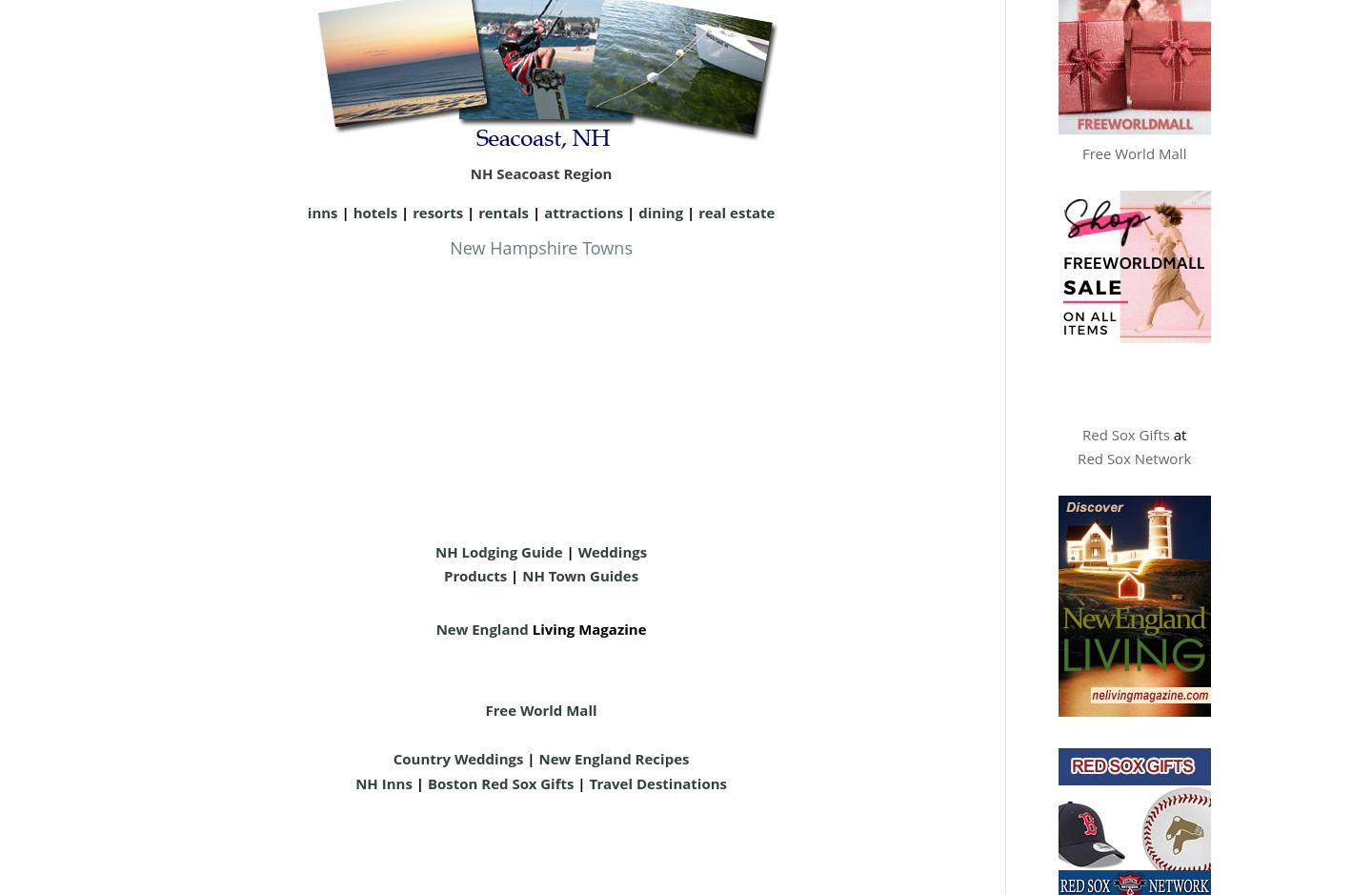  What do you see at coordinates (611, 549) in the screenshot?
I see `'Weddings'` at bounding box center [611, 549].